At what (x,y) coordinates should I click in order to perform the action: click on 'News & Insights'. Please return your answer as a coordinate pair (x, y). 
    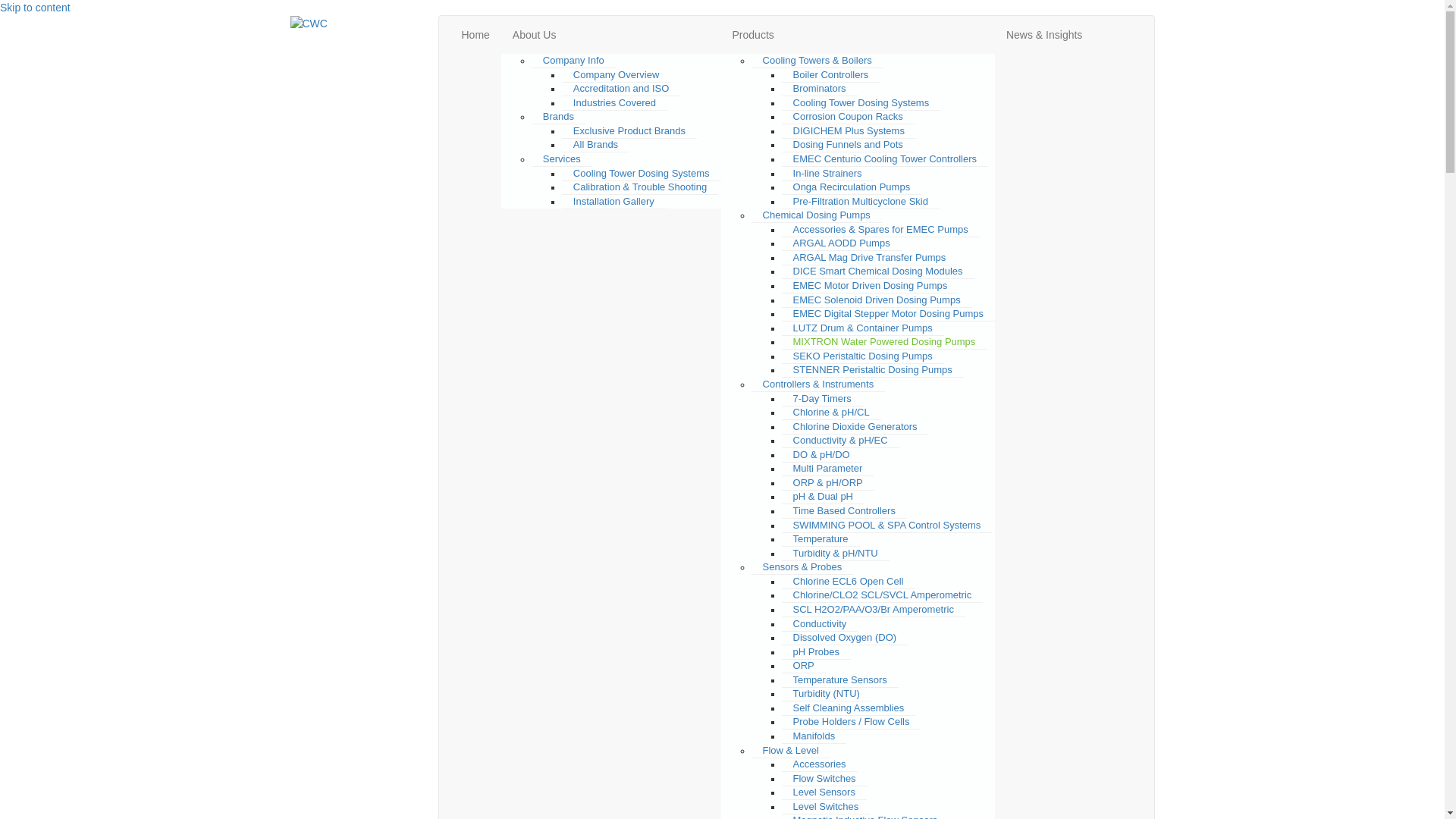
    Looking at the image, I should click on (1043, 34).